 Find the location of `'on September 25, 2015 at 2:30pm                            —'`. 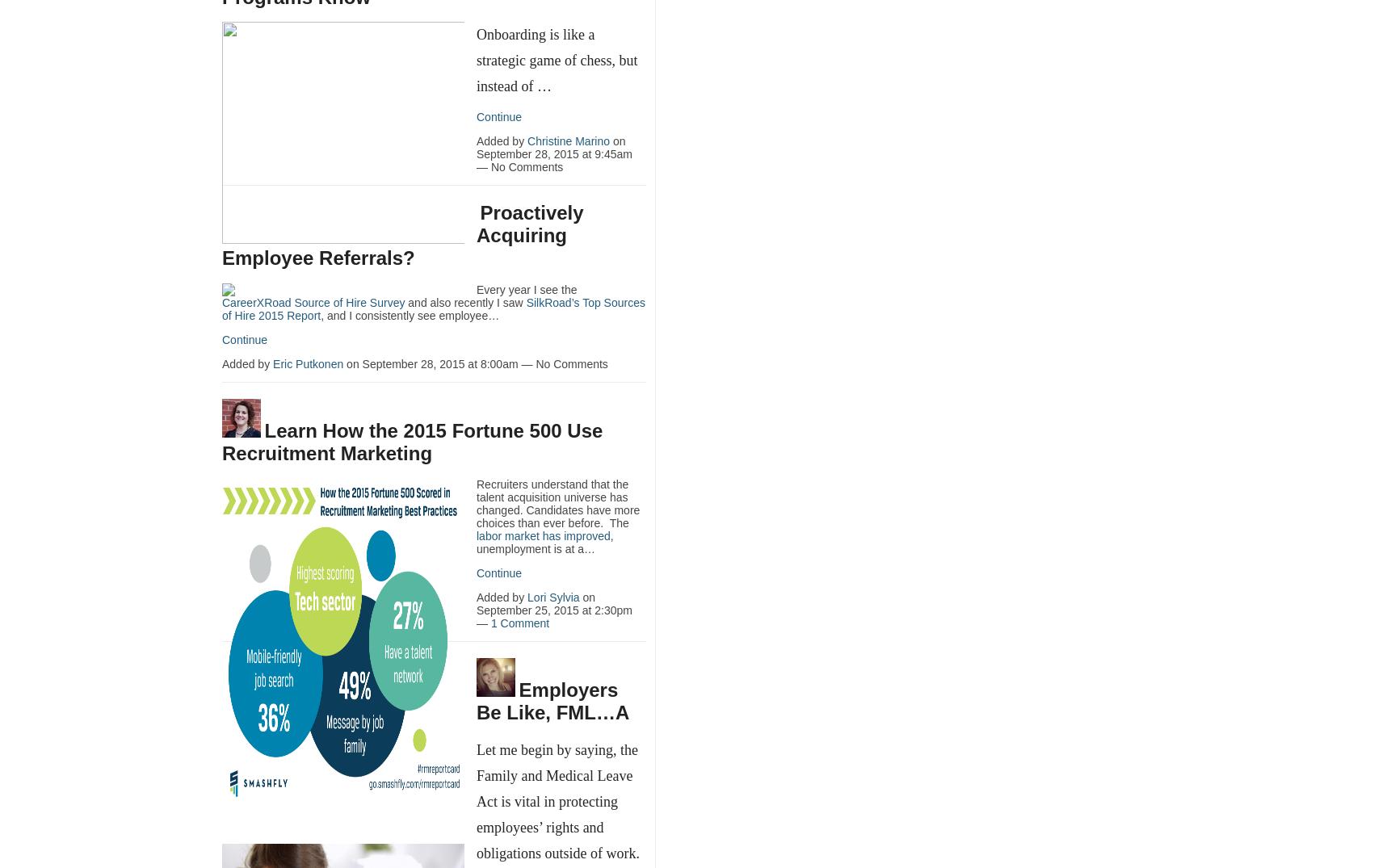

'on September 25, 2015 at 2:30pm                            —' is located at coordinates (553, 610).